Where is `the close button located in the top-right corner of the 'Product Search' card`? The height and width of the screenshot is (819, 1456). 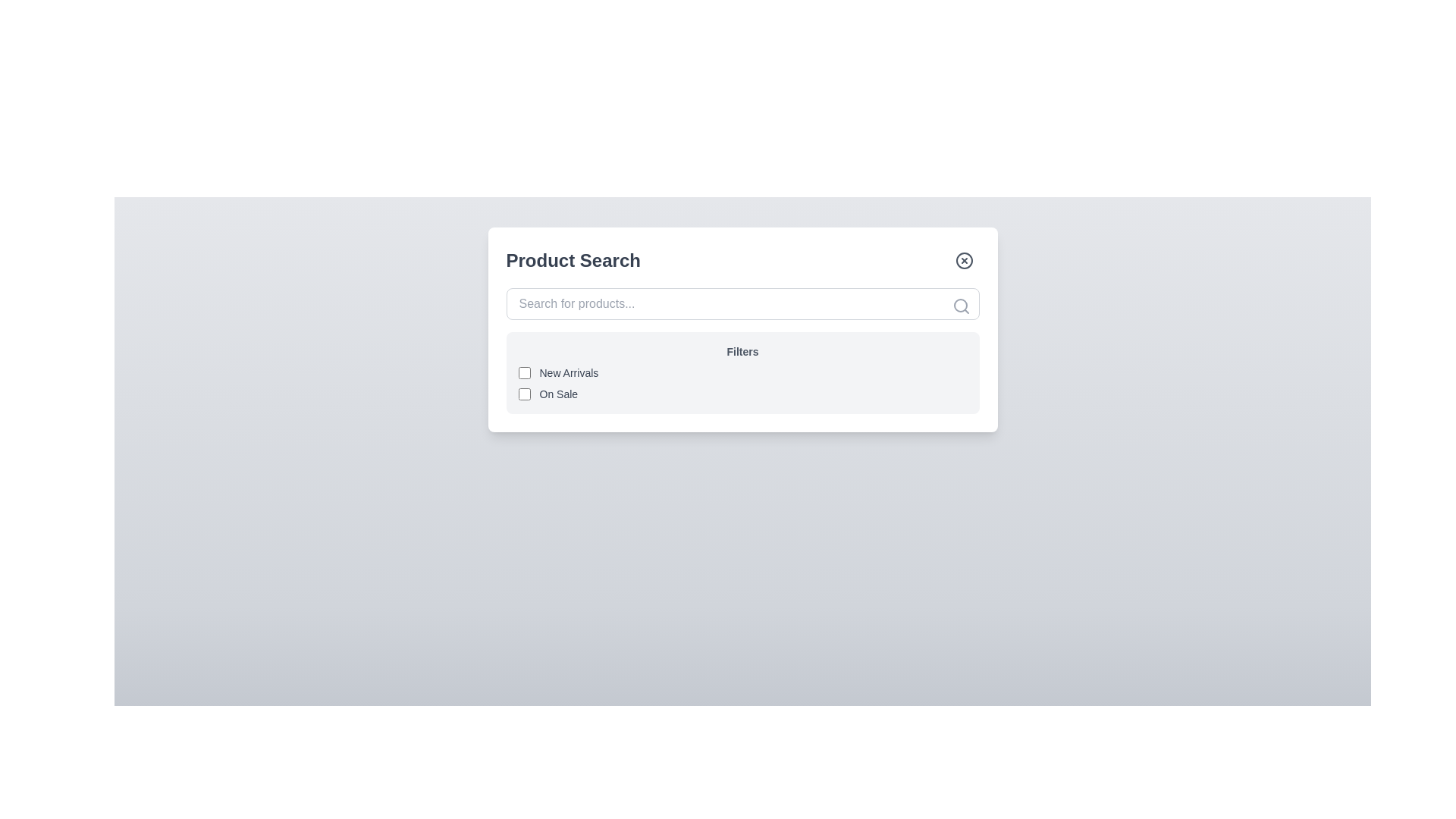
the close button located in the top-right corner of the 'Product Search' card is located at coordinates (963, 259).